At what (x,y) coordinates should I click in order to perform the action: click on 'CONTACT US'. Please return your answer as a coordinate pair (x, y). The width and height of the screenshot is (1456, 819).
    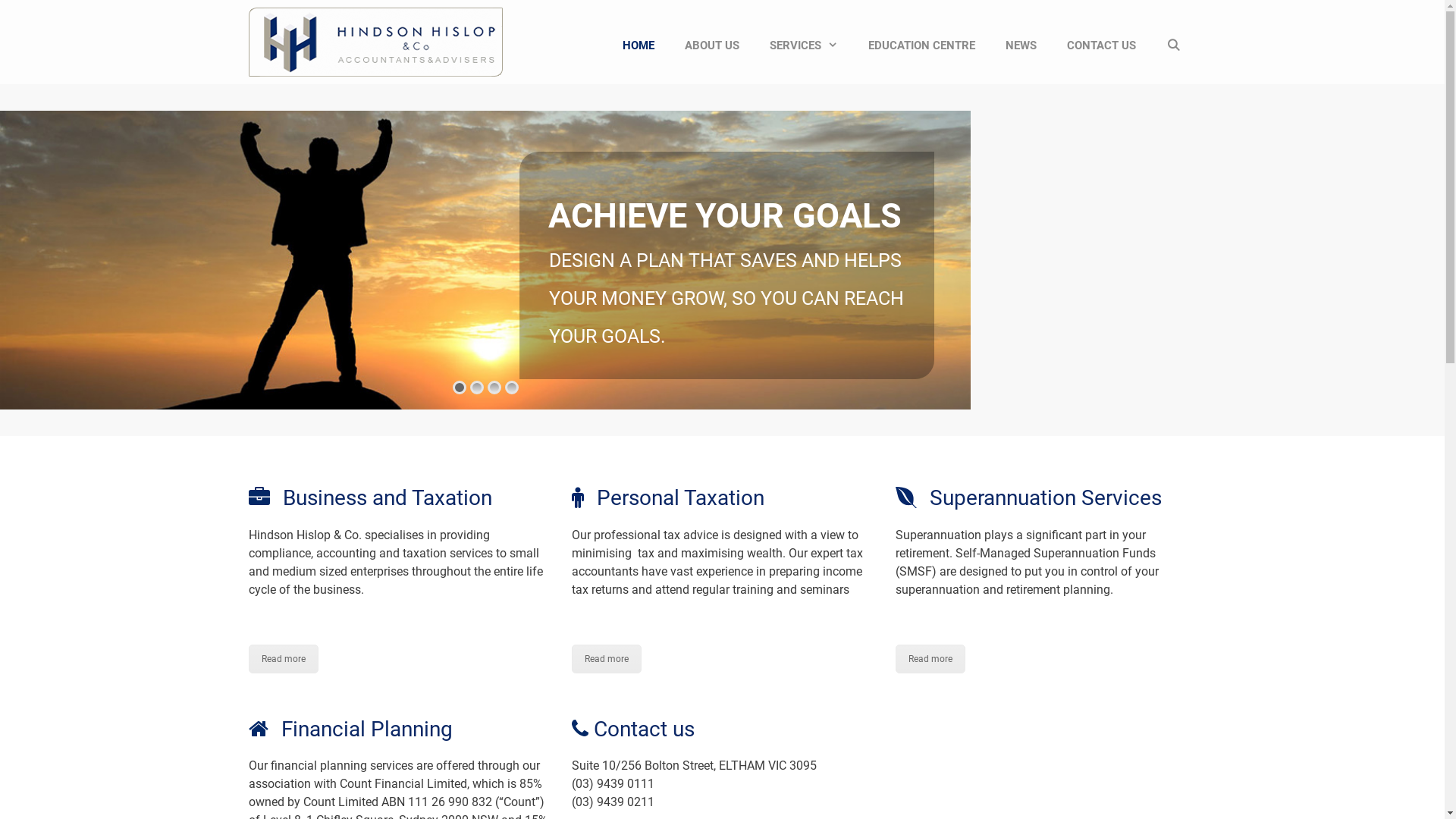
    Looking at the image, I should click on (1101, 45).